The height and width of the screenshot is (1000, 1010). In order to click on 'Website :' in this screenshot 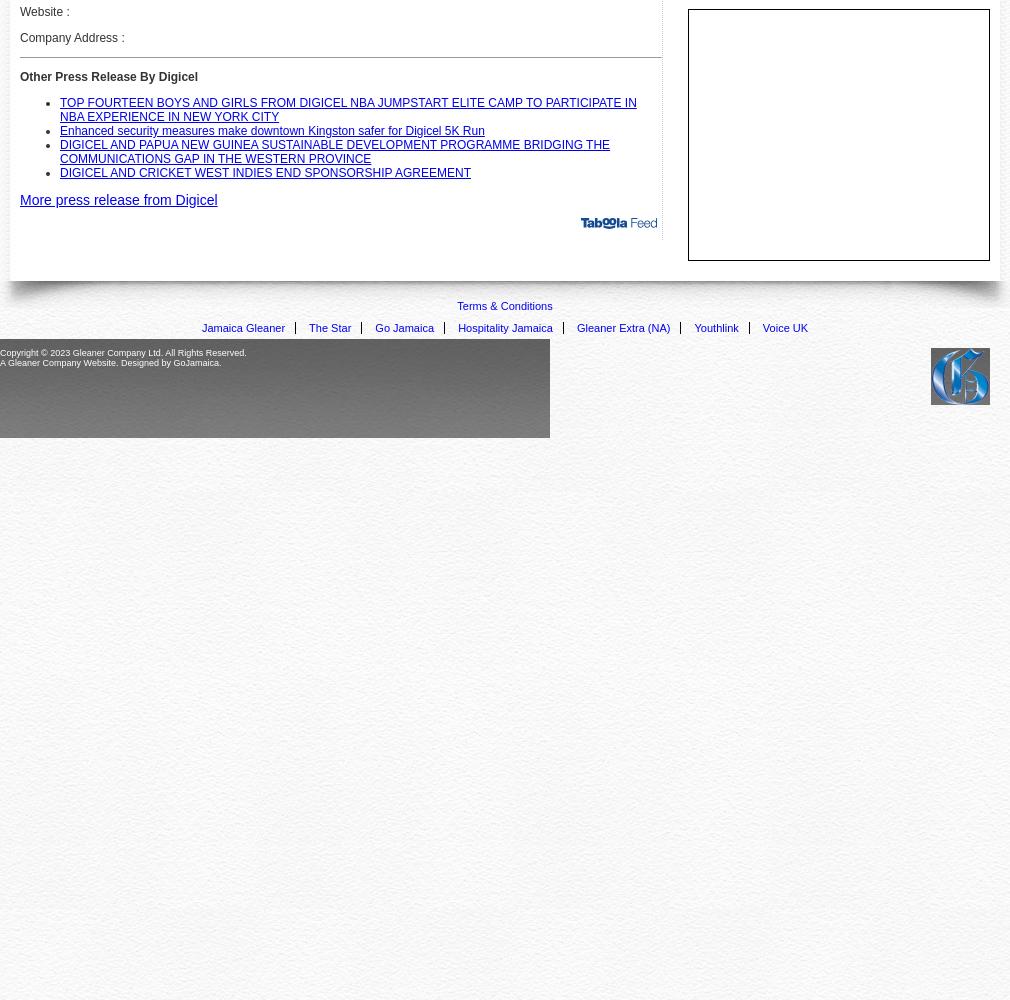, I will do `click(43, 12)`.